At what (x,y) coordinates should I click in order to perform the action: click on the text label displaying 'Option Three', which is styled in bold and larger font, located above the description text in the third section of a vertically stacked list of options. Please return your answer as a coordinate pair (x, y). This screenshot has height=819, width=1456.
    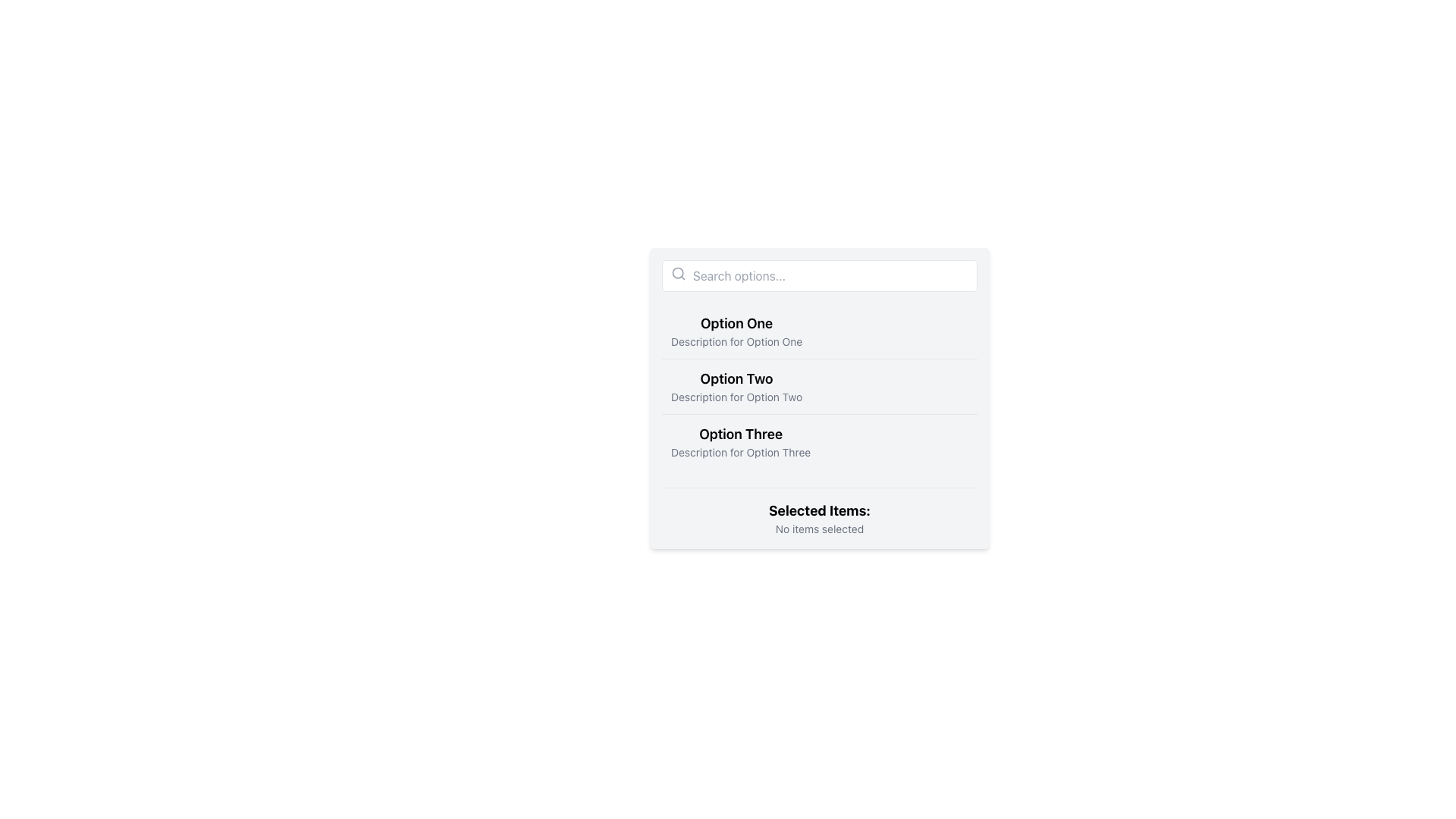
    Looking at the image, I should click on (741, 435).